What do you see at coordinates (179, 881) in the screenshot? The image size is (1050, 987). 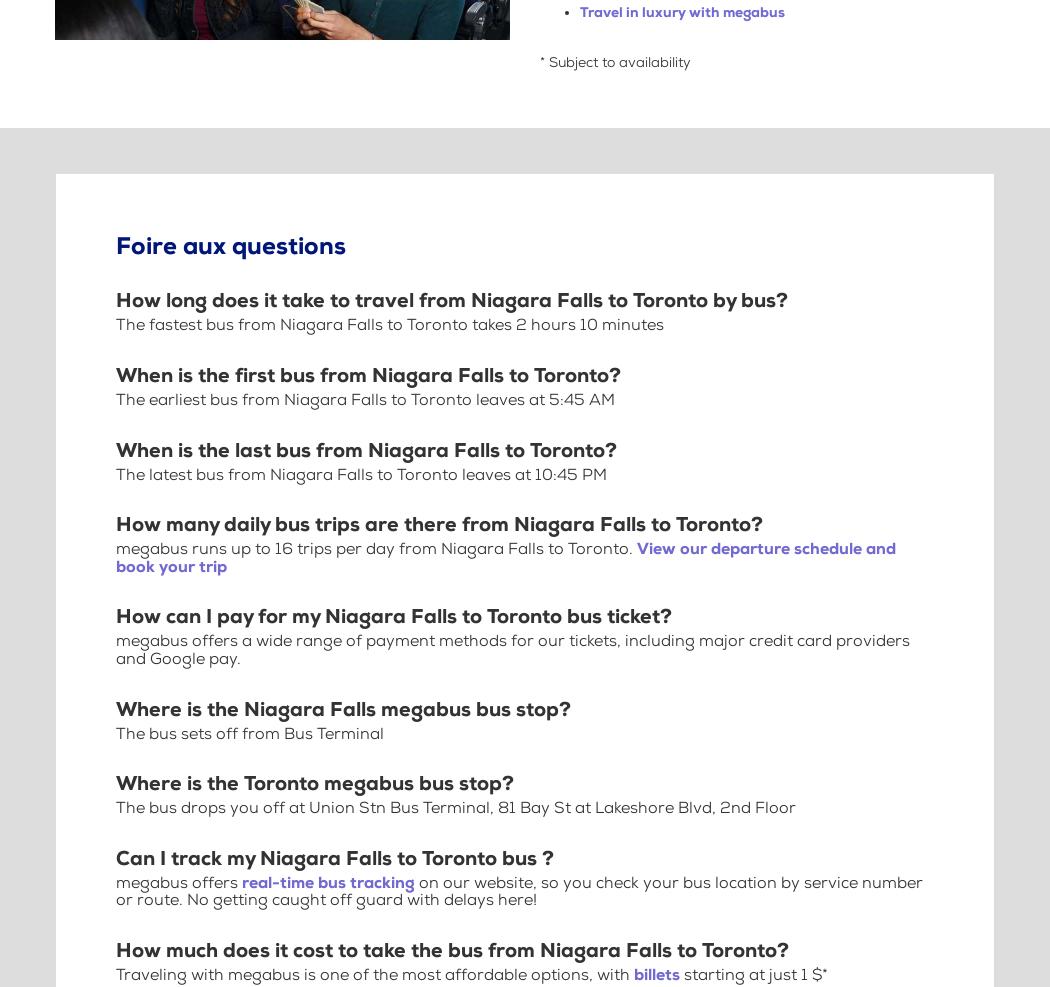 I see `'megabus offers'` at bounding box center [179, 881].